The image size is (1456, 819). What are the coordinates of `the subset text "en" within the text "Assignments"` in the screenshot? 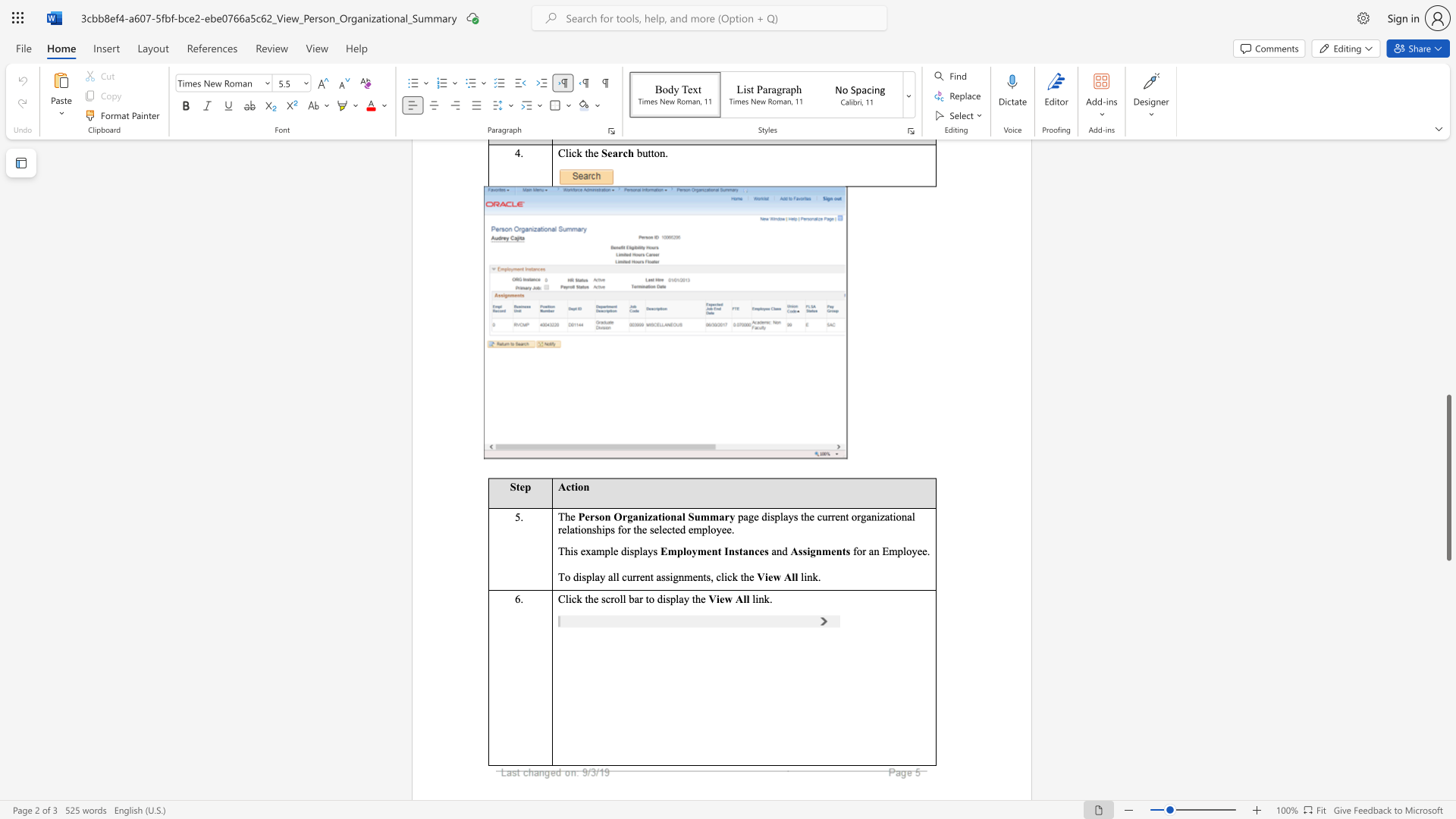 It's located at (830, 551).